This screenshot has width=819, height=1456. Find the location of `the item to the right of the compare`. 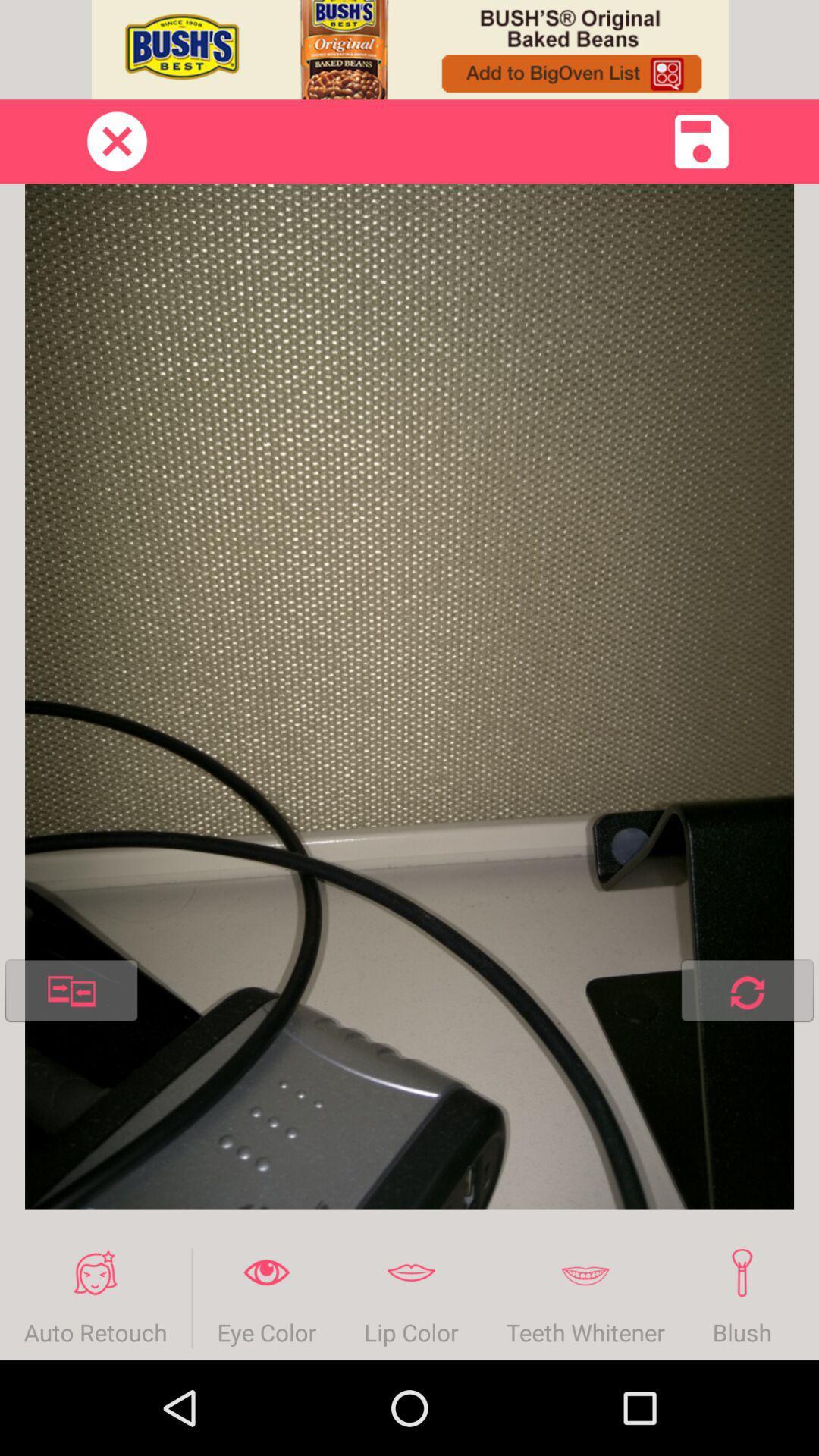

the item to the right of the compare is located at coordinates (746, 993).